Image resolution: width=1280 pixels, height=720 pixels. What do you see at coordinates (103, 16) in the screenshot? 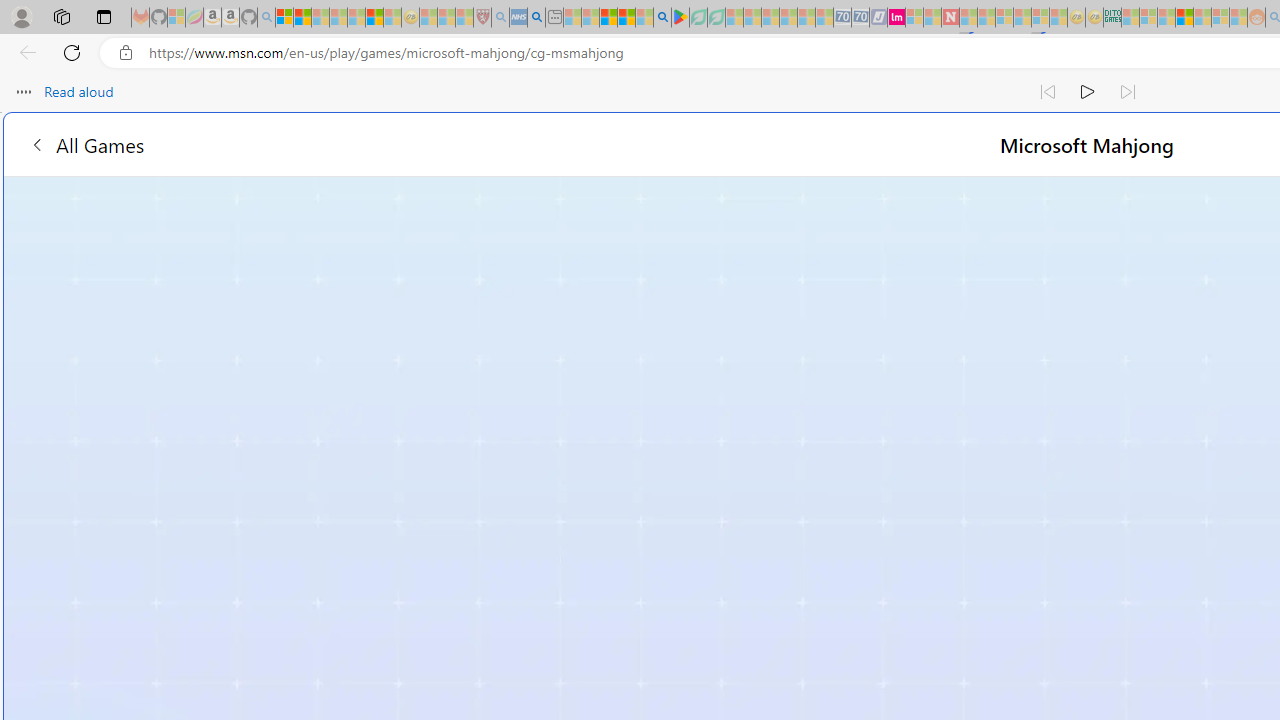
I see `'Tab actions menu'` at bounding box center [103, 16].